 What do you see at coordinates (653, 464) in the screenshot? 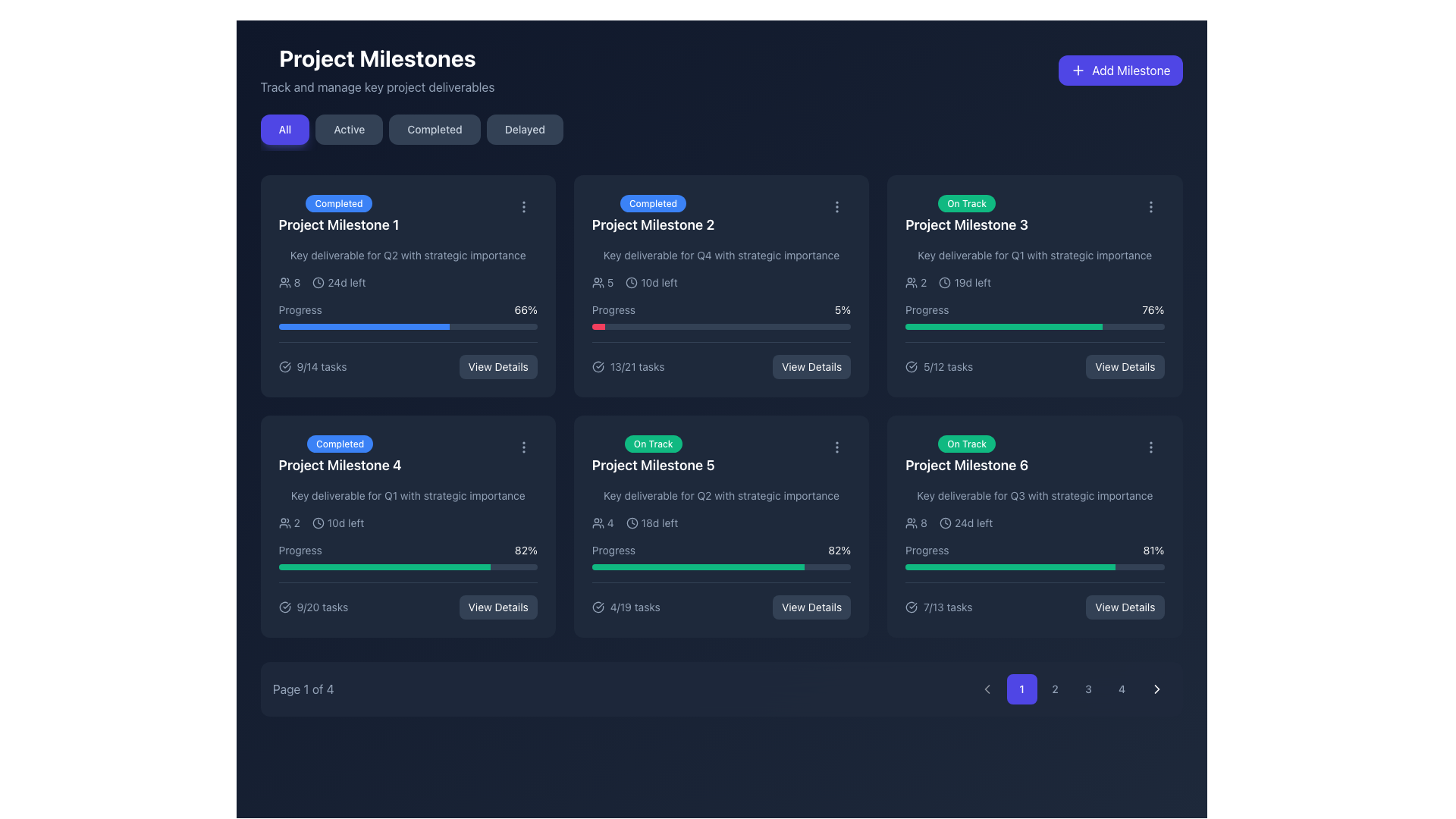
I see `the 'Project Milestone 5' text label, which is styled with a large bold font in white, located inside the green 'On Track' card in the bottom-left corner of the second row in the grid layout` at bounding box center [653, 464].